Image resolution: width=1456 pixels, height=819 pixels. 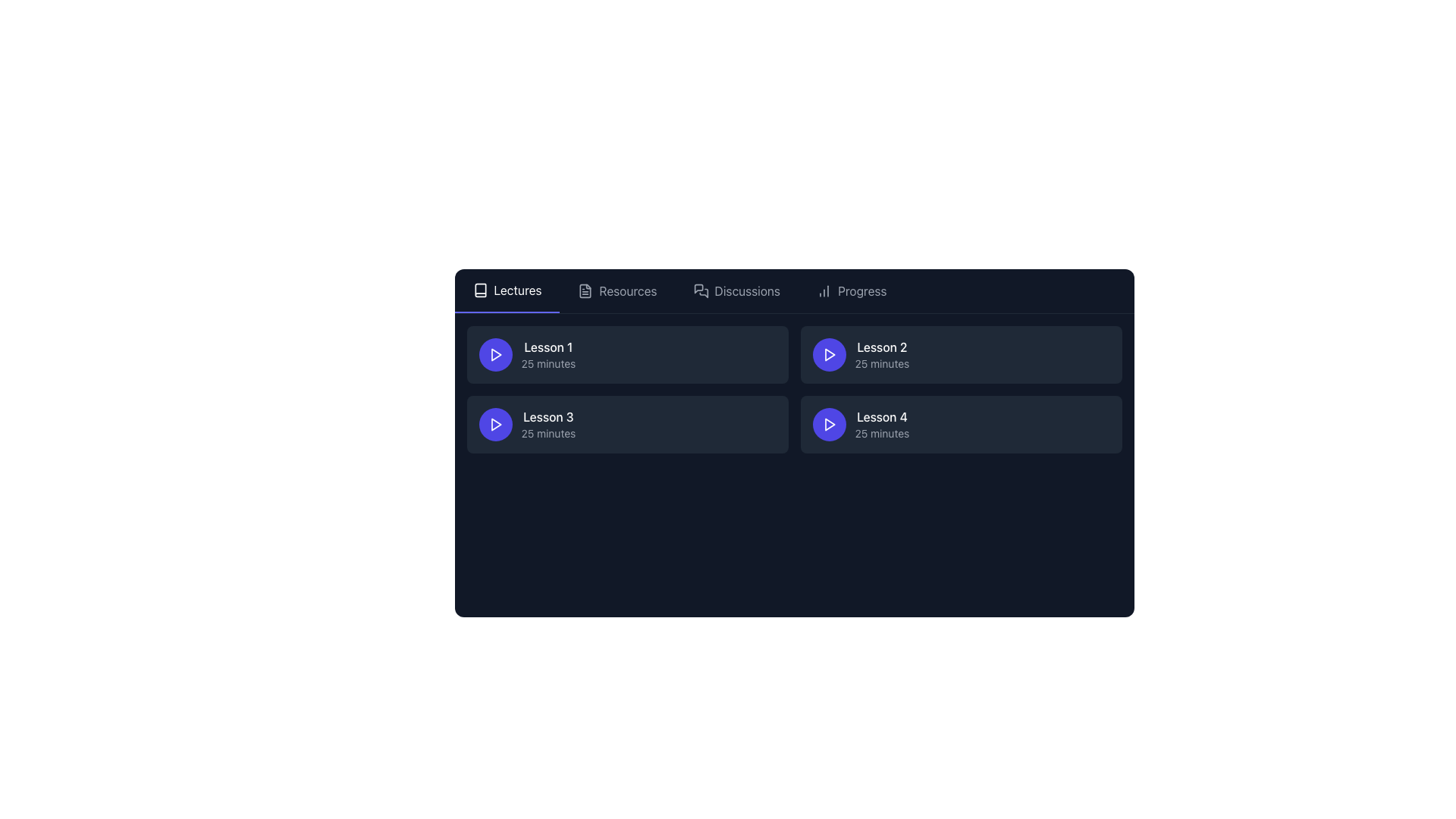 I want to click on the Discussions tab icon located in the top navigation bar, to the left of the text 'Discussions', so click(x=700, y=291).